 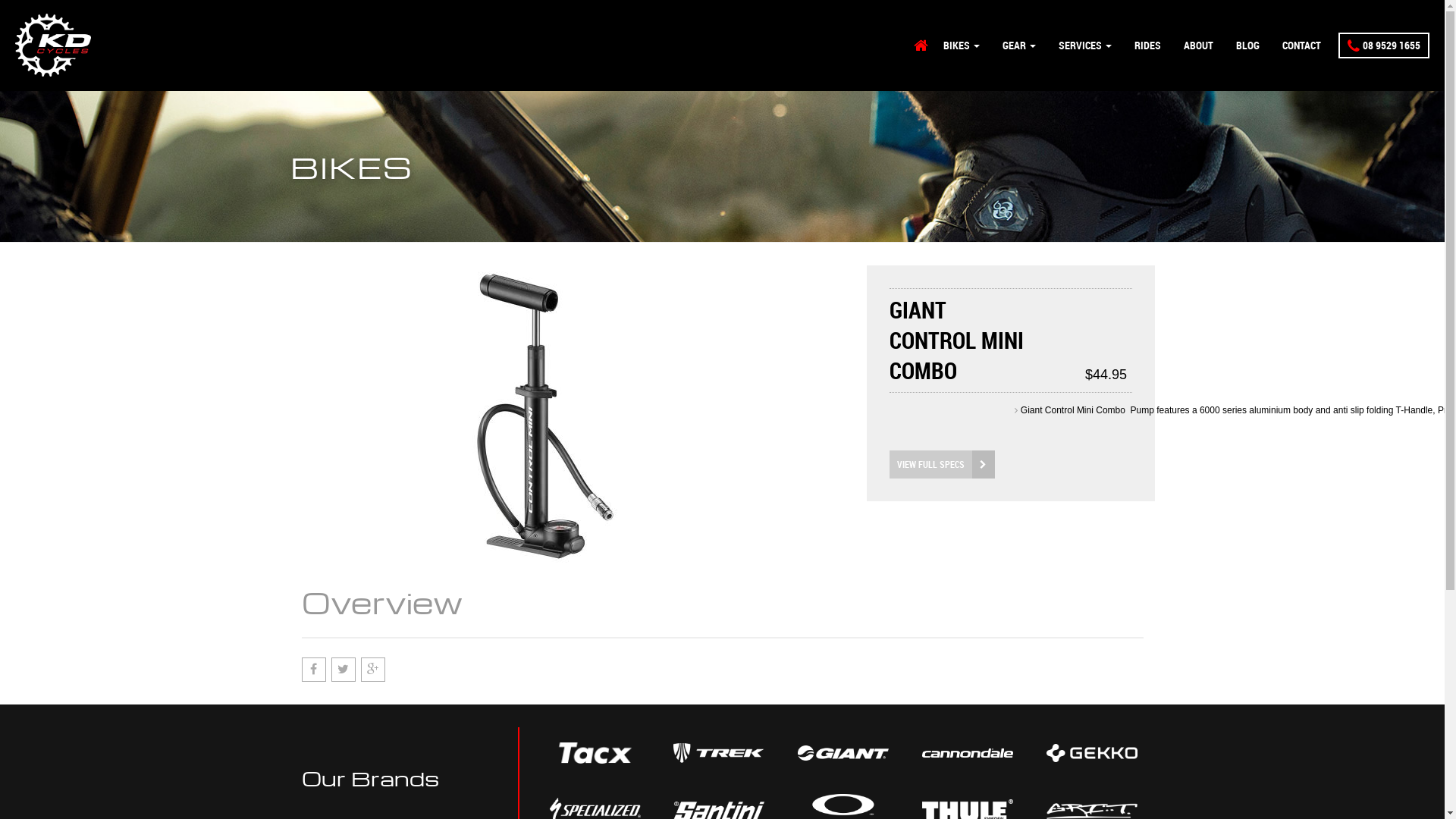 What do you see at coordinates (1247, 45) in the screenshot?
I see `'BLOG'` at bounding box center [1247, 45].